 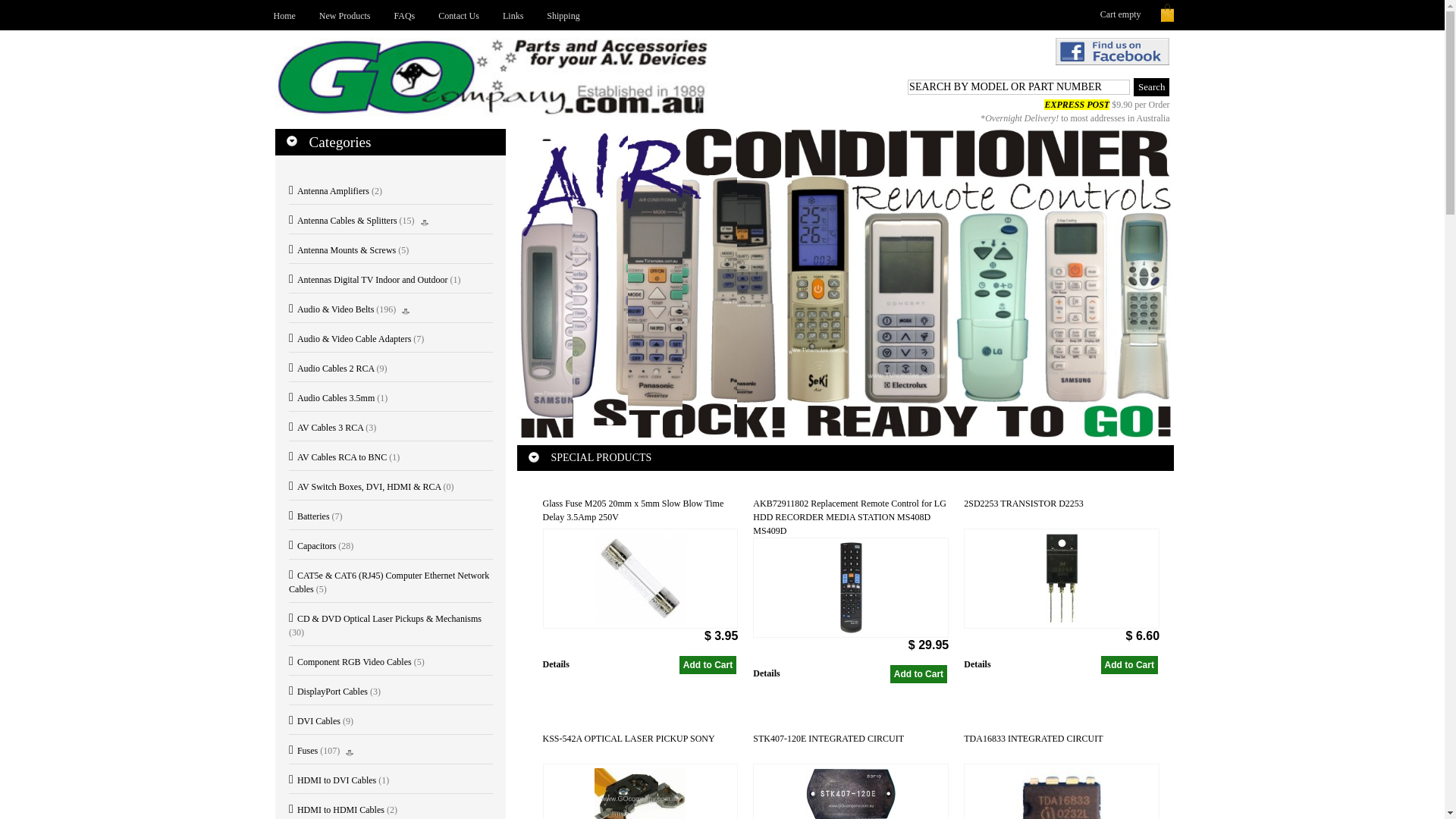 What do you see at coordinates (330, 309) in the screenshot?
I see `'Audio & Video Belts'` at bounding box center [330, 309].